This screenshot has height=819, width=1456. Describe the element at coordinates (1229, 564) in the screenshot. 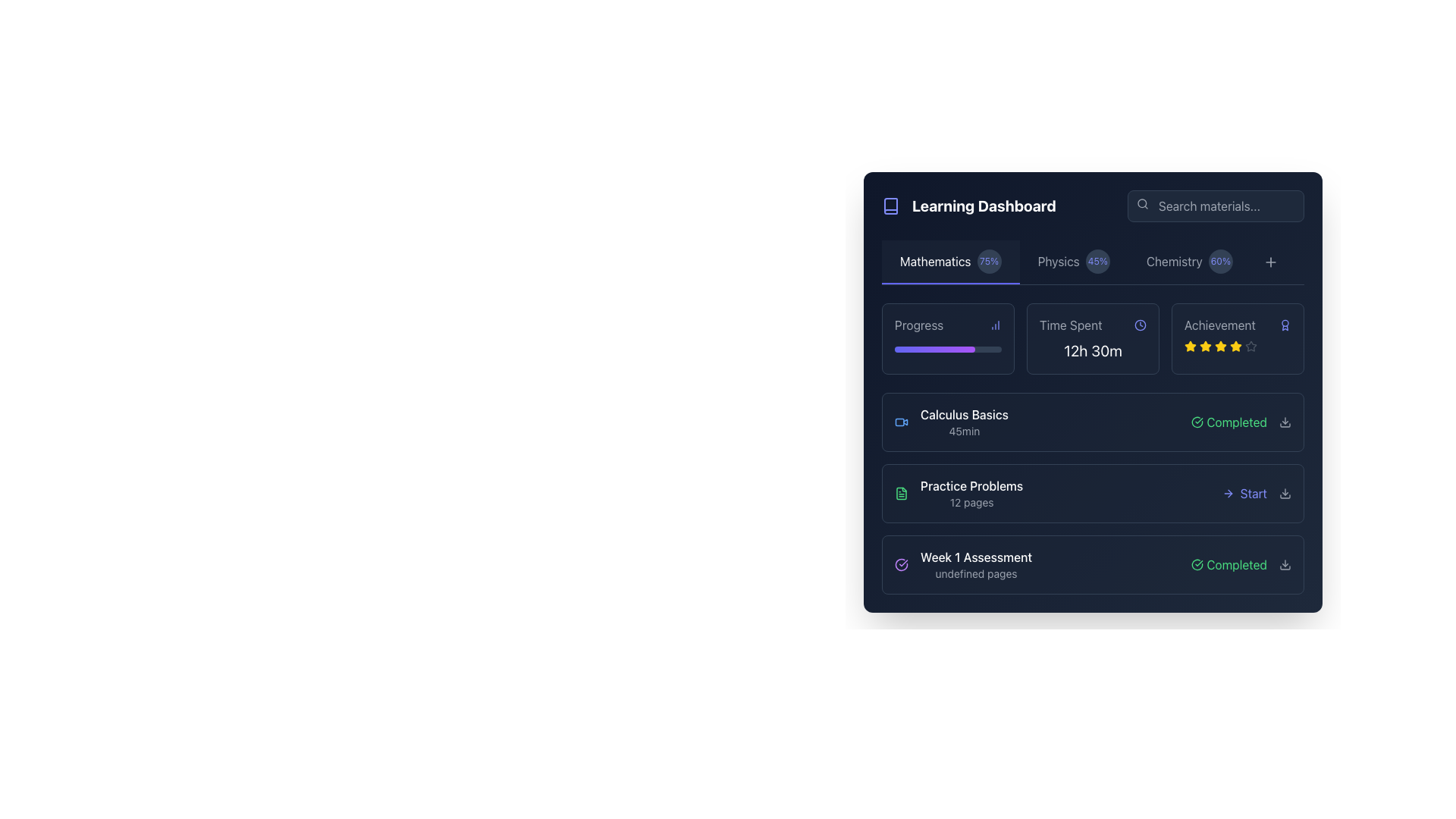

I see `the Status indicator with a green checkmark icon and the text 'Completed', which signifies a successful task completion, located on the list item` at that location.